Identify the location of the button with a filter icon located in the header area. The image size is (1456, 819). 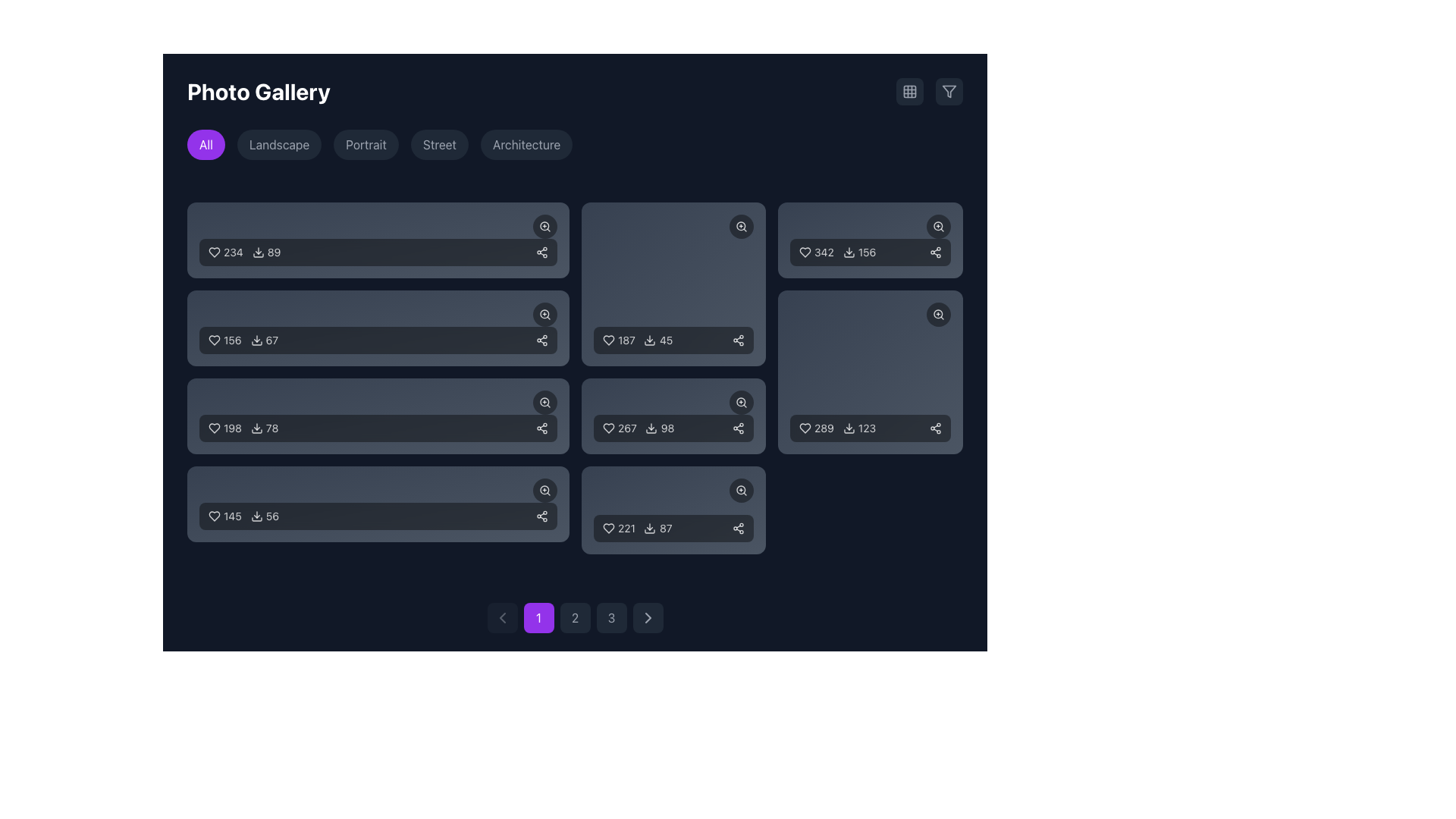
(949, 91).